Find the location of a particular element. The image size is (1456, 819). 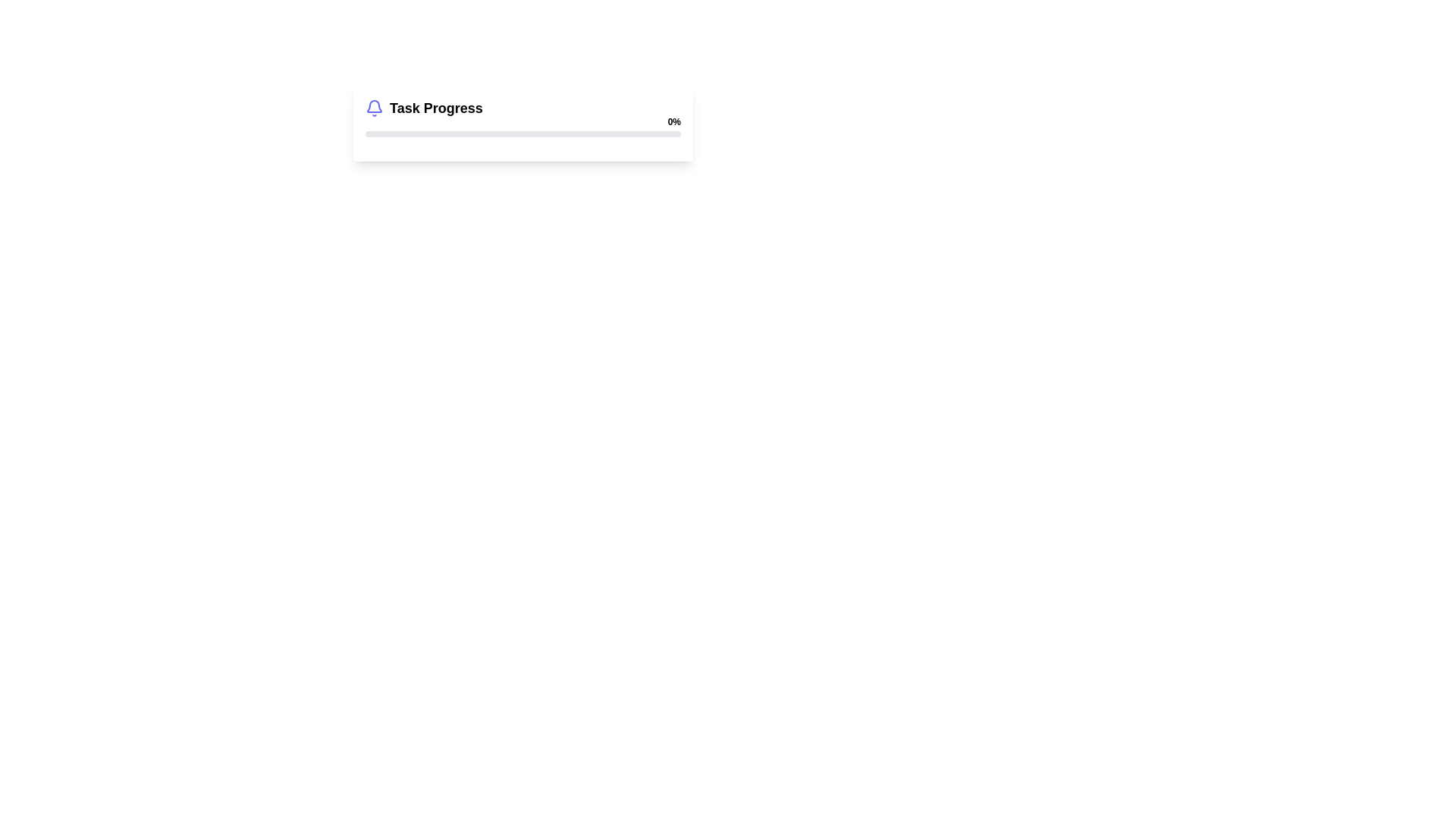

the static text element displaying '0%' which is styled in bold and located above the right end of the horizontal progress bar is located at coordinates (673, 121).